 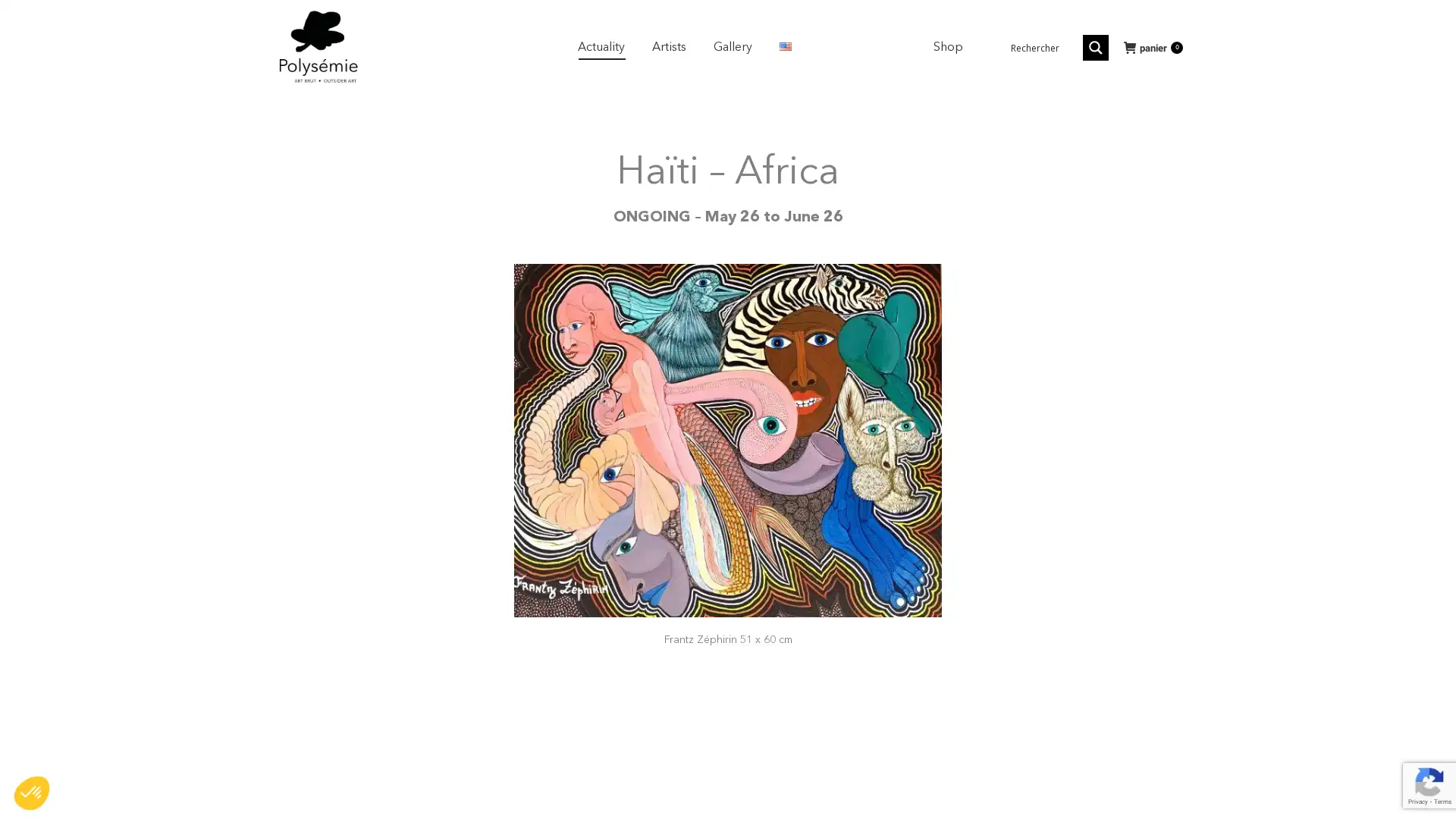 What do you see at coordinates (32, 792) in the screenshot?
I see `Fermer` at bounding box center [32, 792].